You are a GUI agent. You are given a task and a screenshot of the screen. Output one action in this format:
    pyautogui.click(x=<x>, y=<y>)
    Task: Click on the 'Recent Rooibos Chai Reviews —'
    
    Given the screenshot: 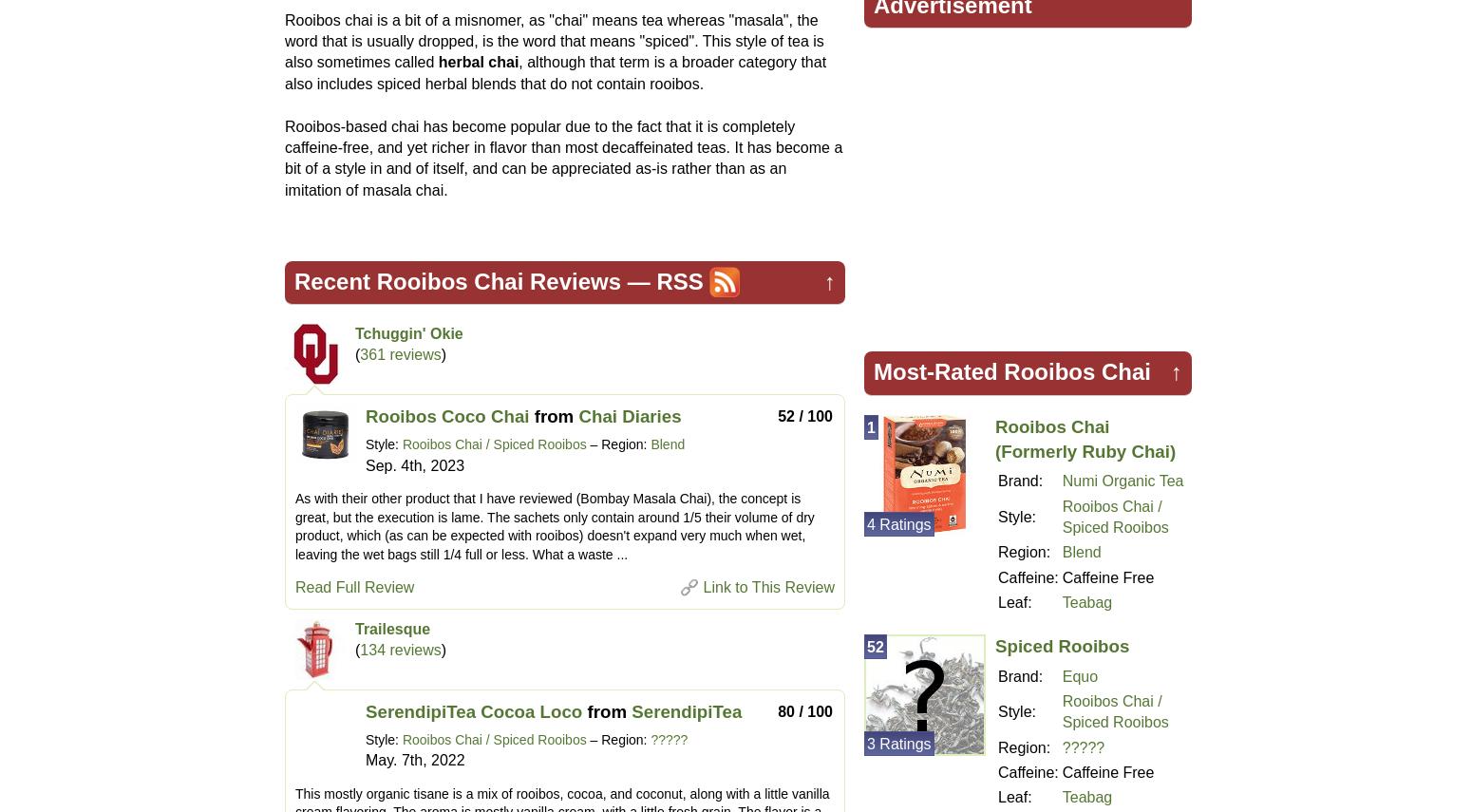 What is the action you would take?
    pyautogui.click(x=474, y=280)
    